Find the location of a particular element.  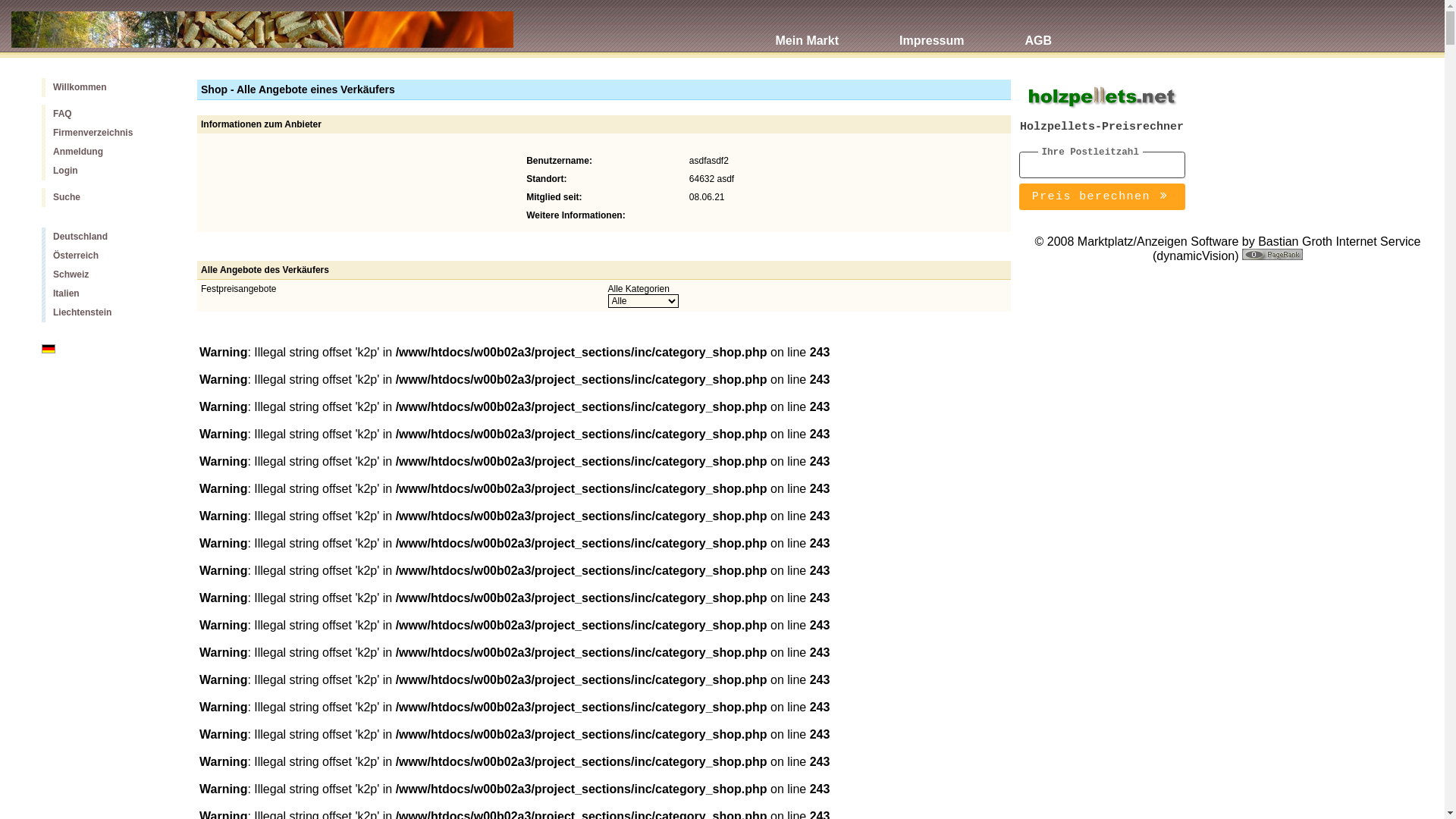

'Italien' is located at coordinates (107, 293).